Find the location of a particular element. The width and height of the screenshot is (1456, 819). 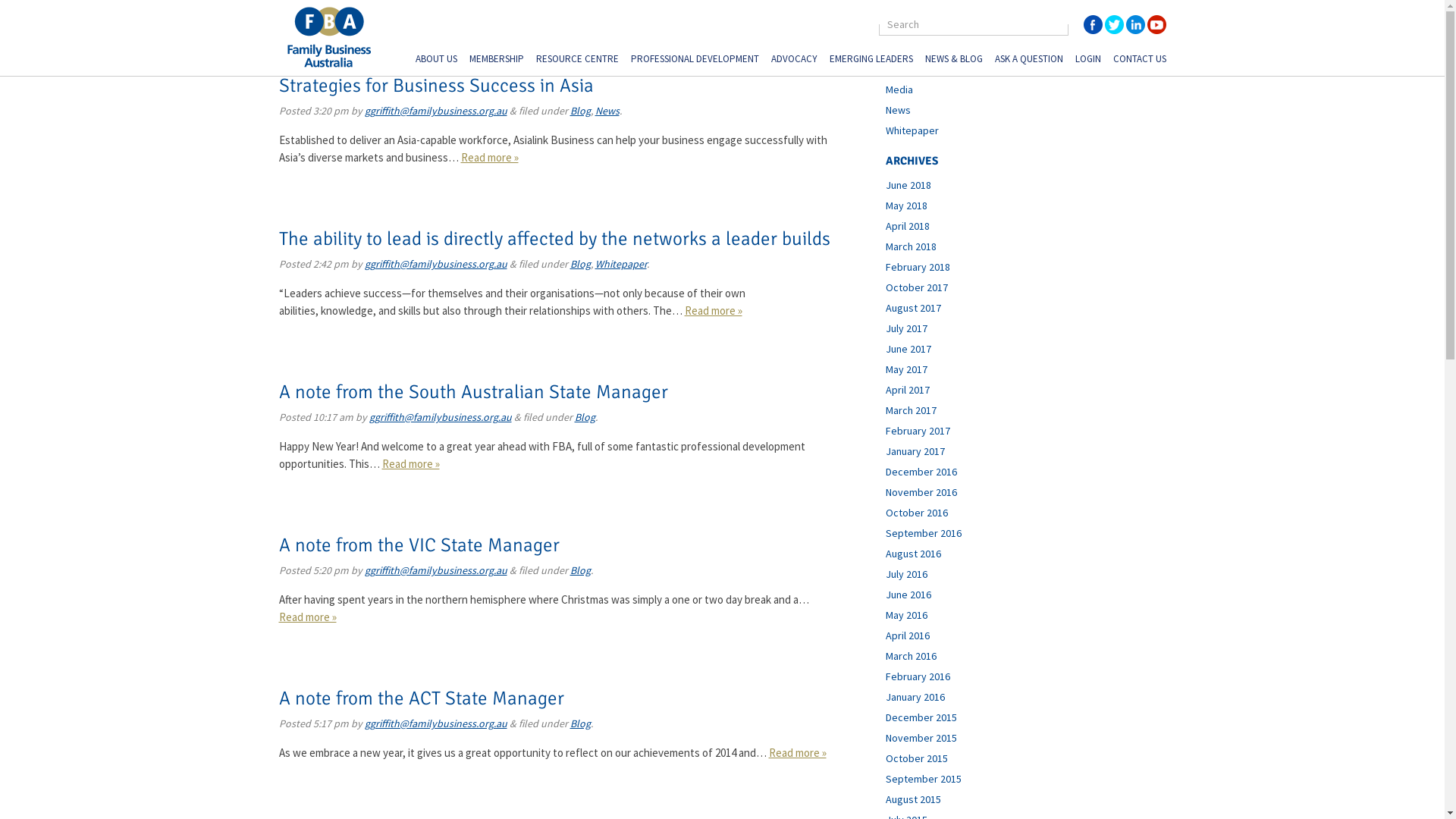

'CONTACT US' is located at coordinates (1139, 60).